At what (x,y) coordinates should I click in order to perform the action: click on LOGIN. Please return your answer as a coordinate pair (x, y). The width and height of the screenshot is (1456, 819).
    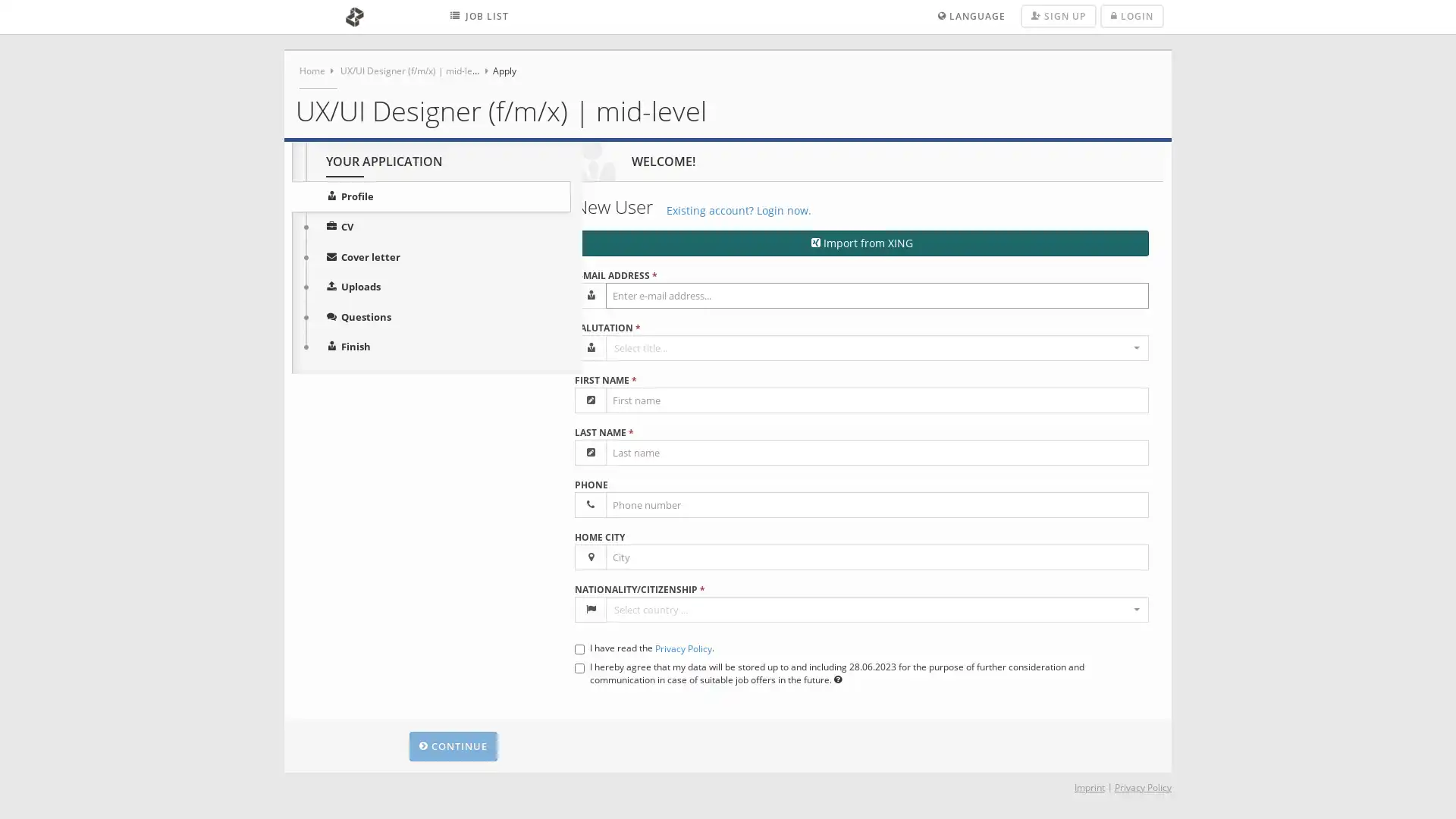
    Looking at the image, I should click on (1131, 16).